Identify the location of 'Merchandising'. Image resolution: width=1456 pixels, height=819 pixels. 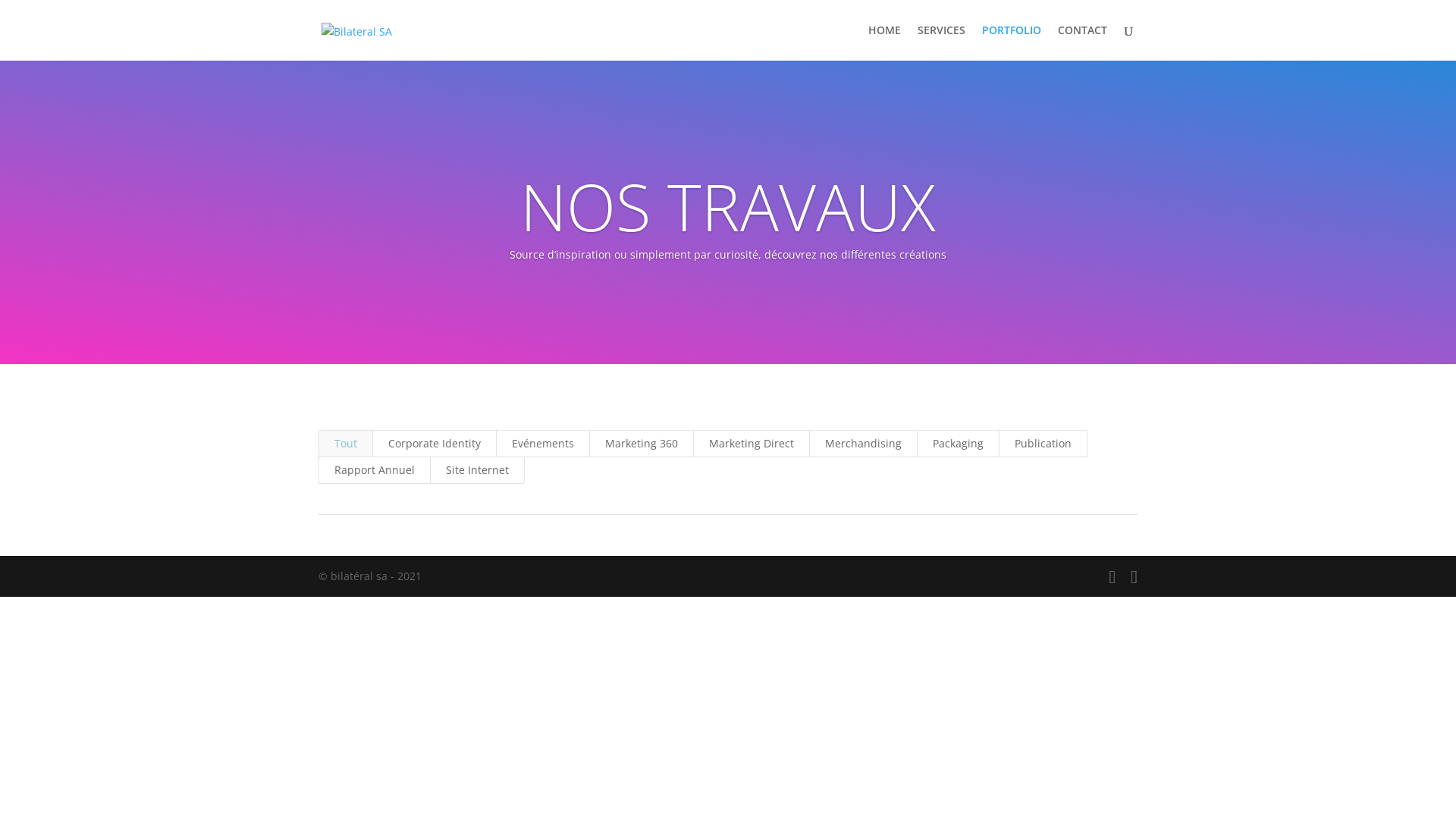
(863, 444).